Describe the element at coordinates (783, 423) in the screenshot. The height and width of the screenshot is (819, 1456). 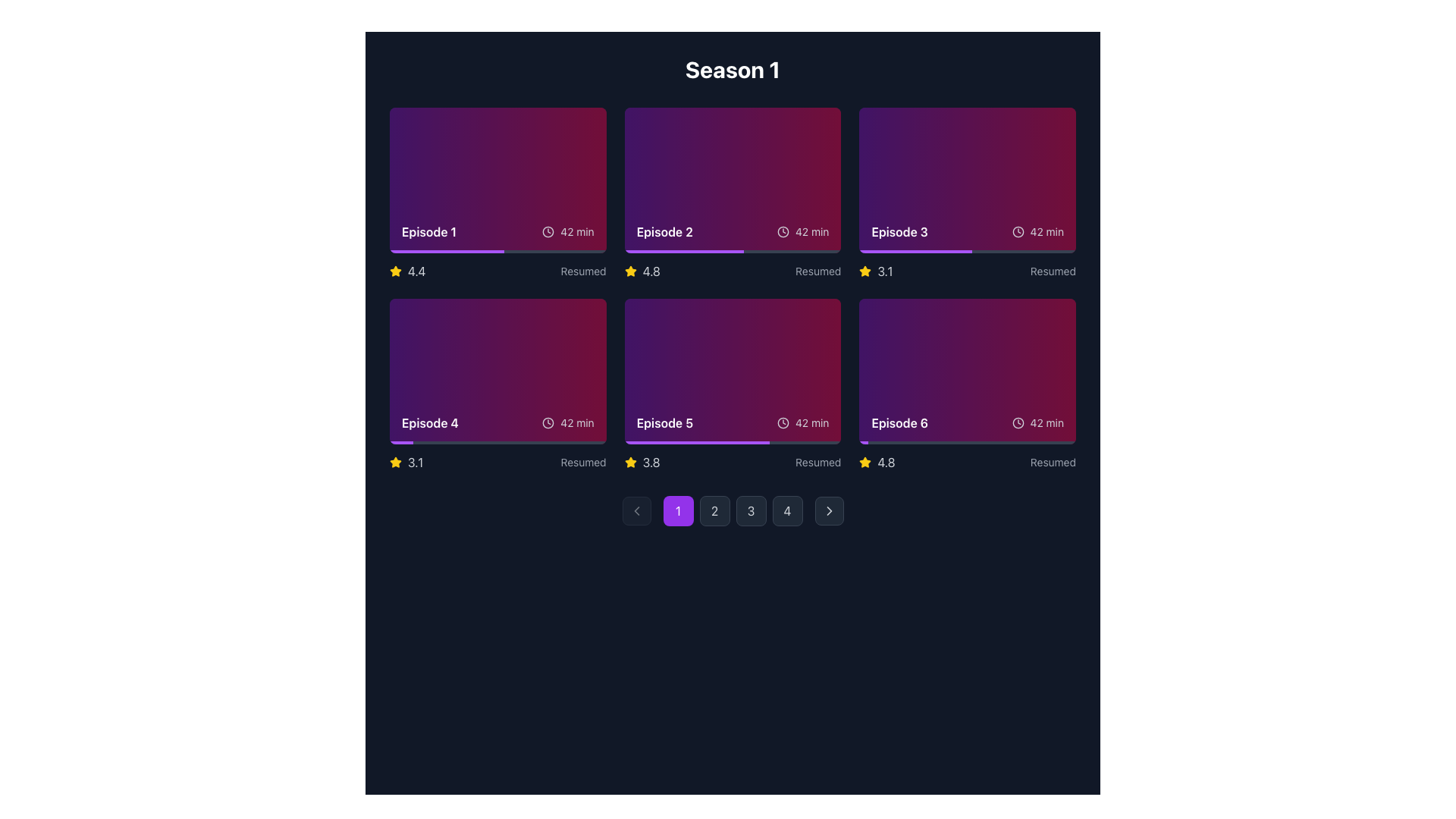
I see `the central circular component of the clock icon located in the upper-right corner of the episode 5 card in the season's episode listing` at that location.